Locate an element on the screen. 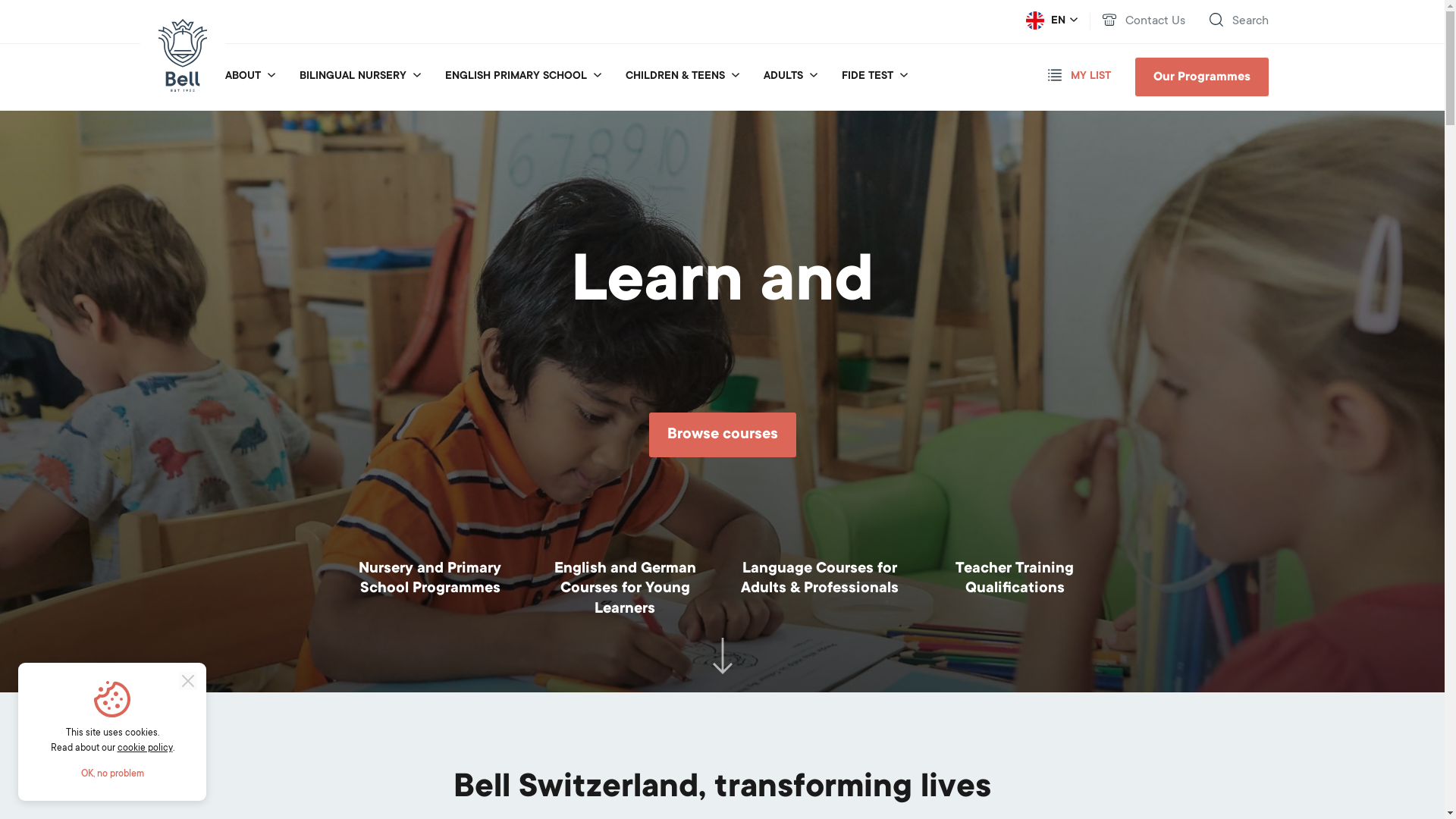 The height and width of the screenshot is (819, 1456). 'ENGLISH PRIMARY SCHOOL' is located at coordinates (515, 76).